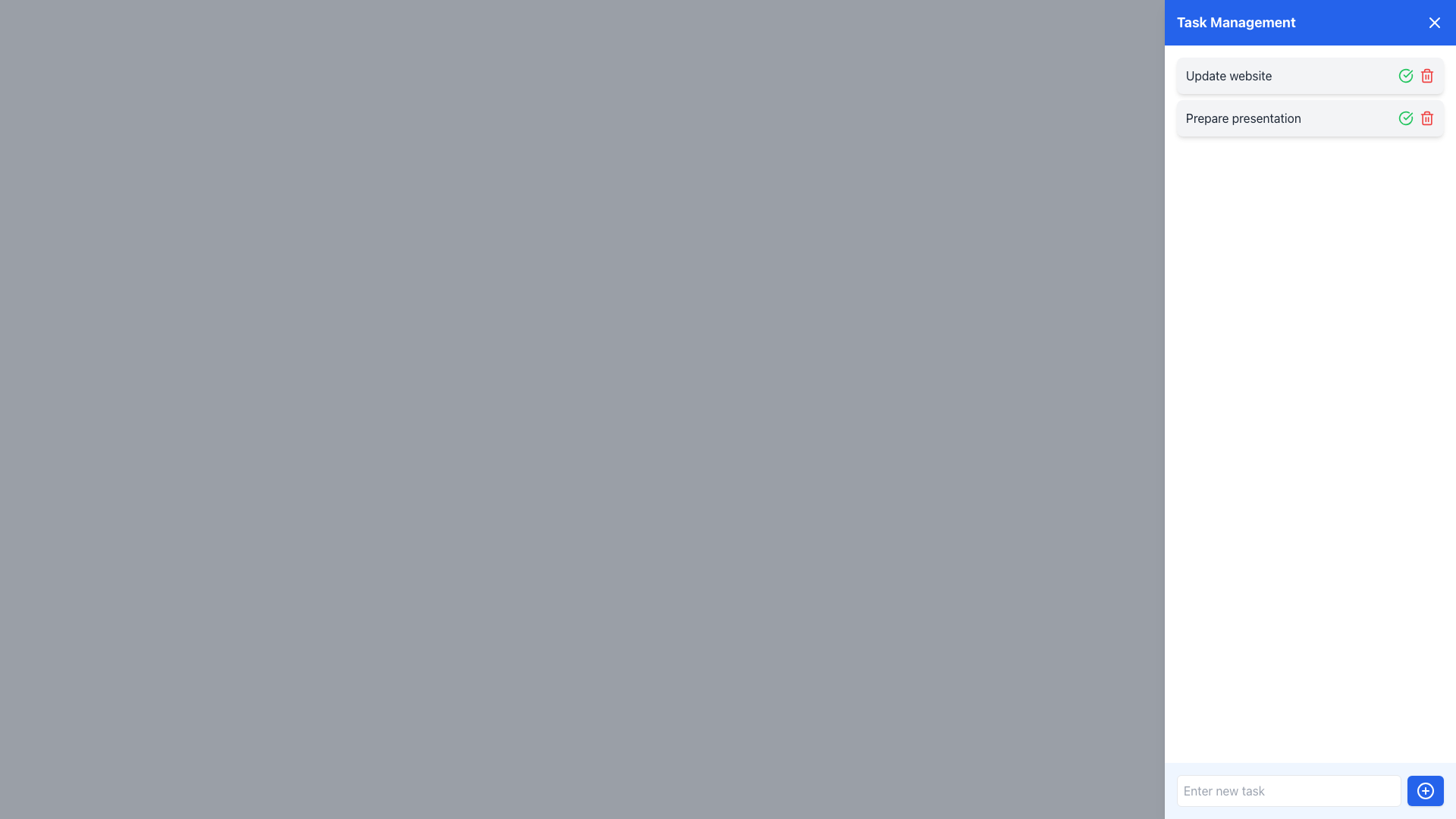 This screenshot has width=1456, height=819. I want to click on the close button located at the far right of the blue header bar, so click(1433, 23).